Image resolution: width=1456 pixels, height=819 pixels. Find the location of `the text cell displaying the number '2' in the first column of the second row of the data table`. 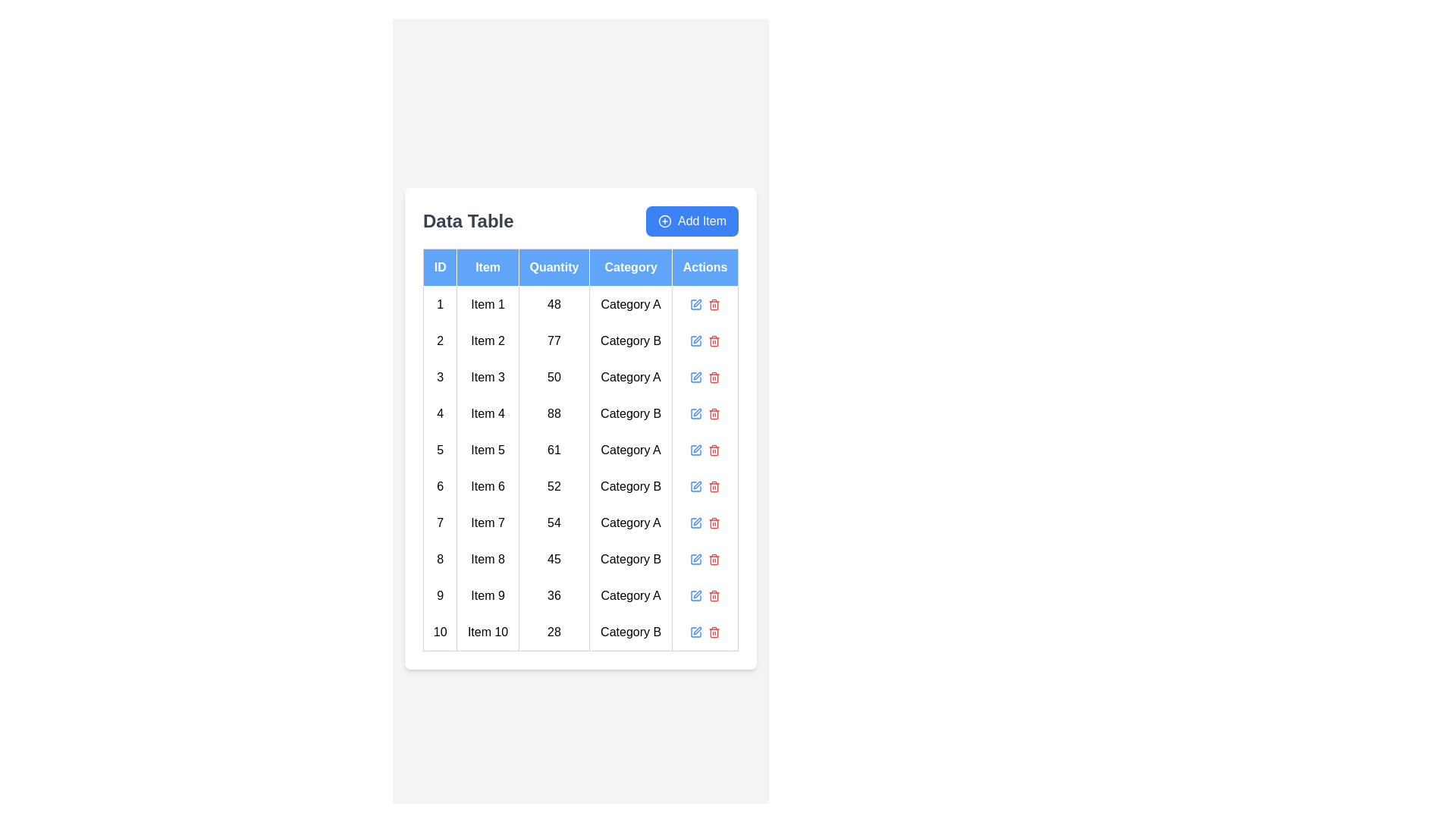

the text cell displaying the number '2' in the first column of the second row of the data table is located at coordinates (439, 340).